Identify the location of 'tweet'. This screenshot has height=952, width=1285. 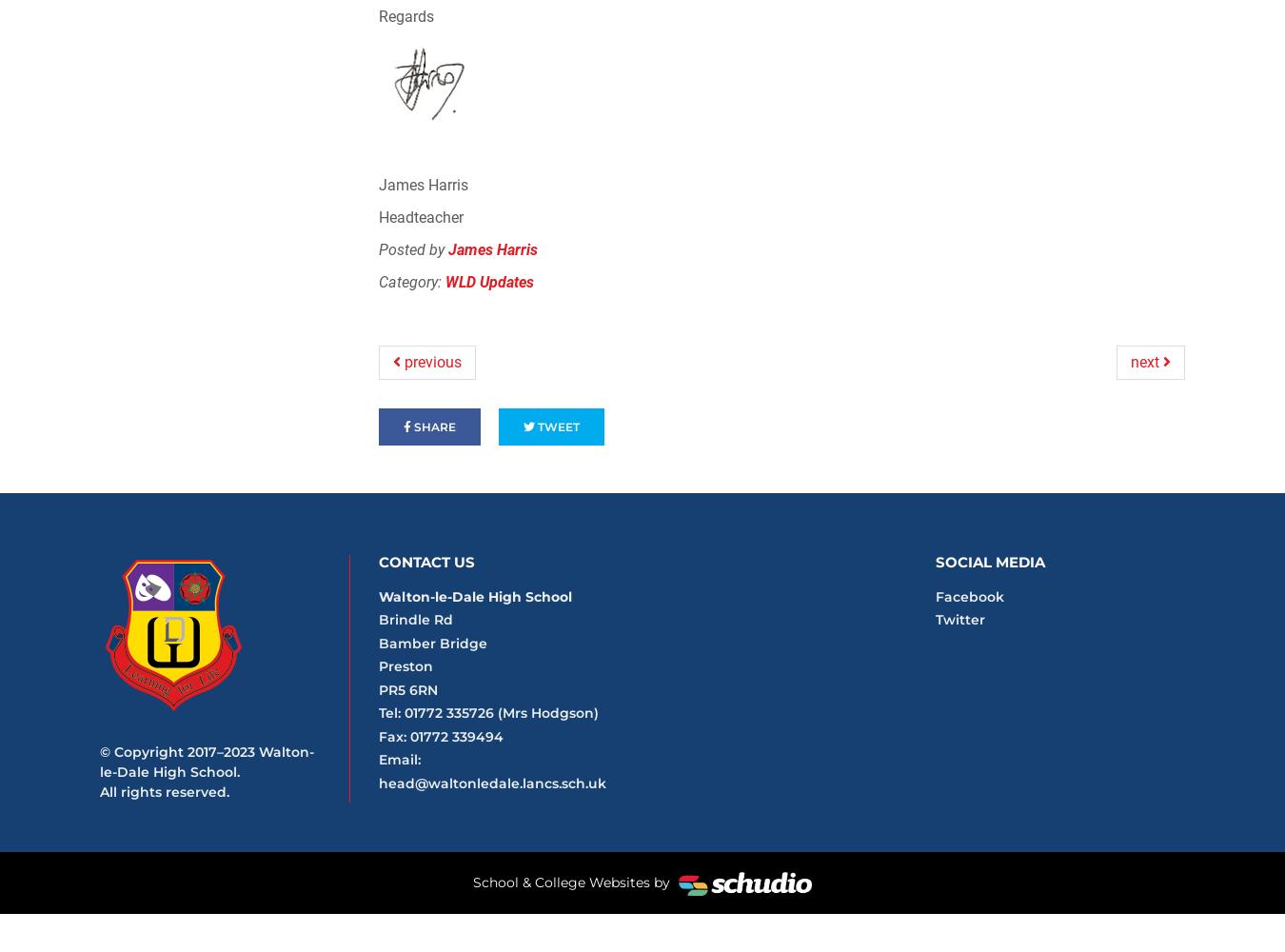
(556, 426).